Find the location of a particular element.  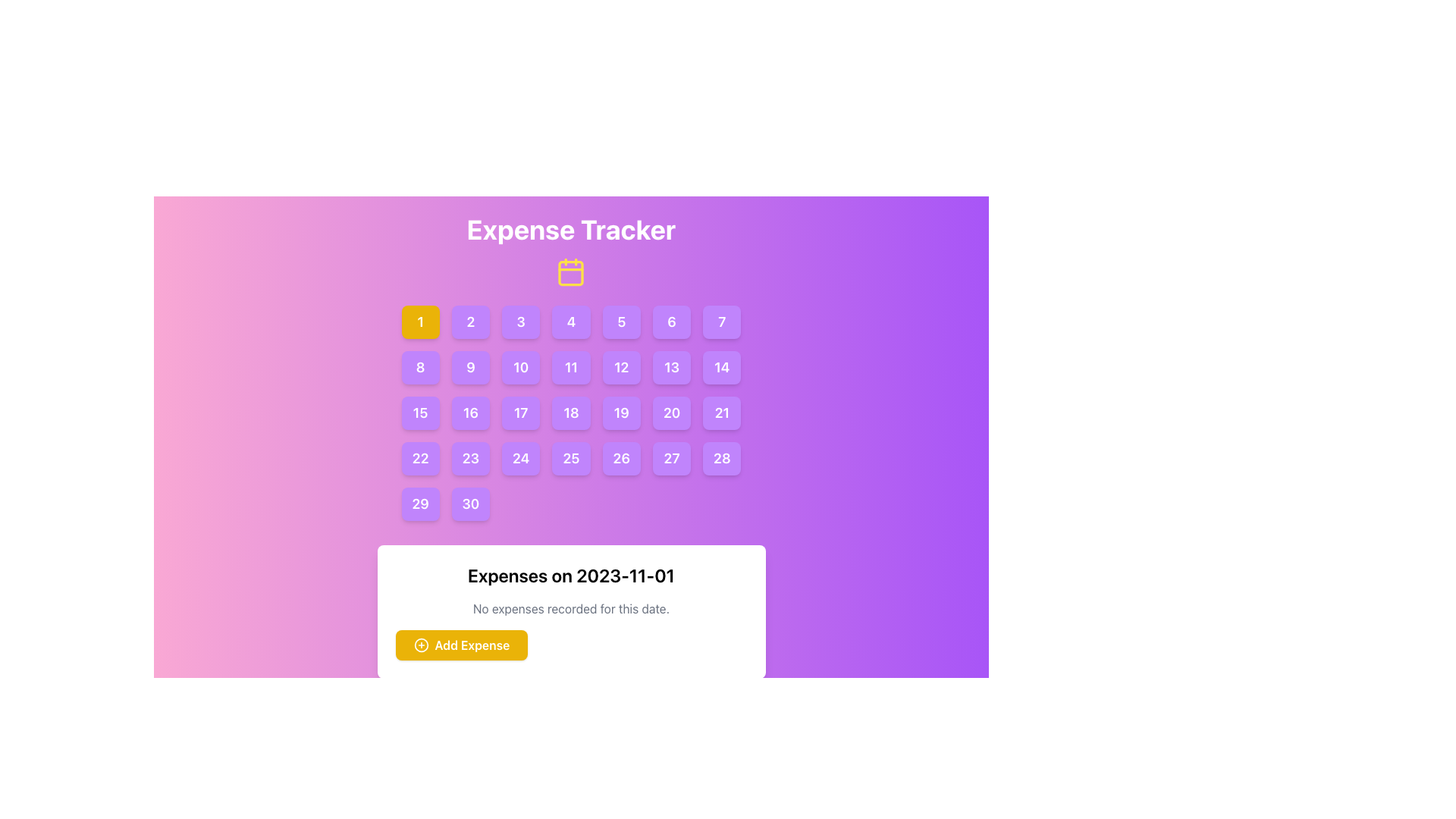

the calendar day button displaying the number '25' is located at coordinates (570, 458).